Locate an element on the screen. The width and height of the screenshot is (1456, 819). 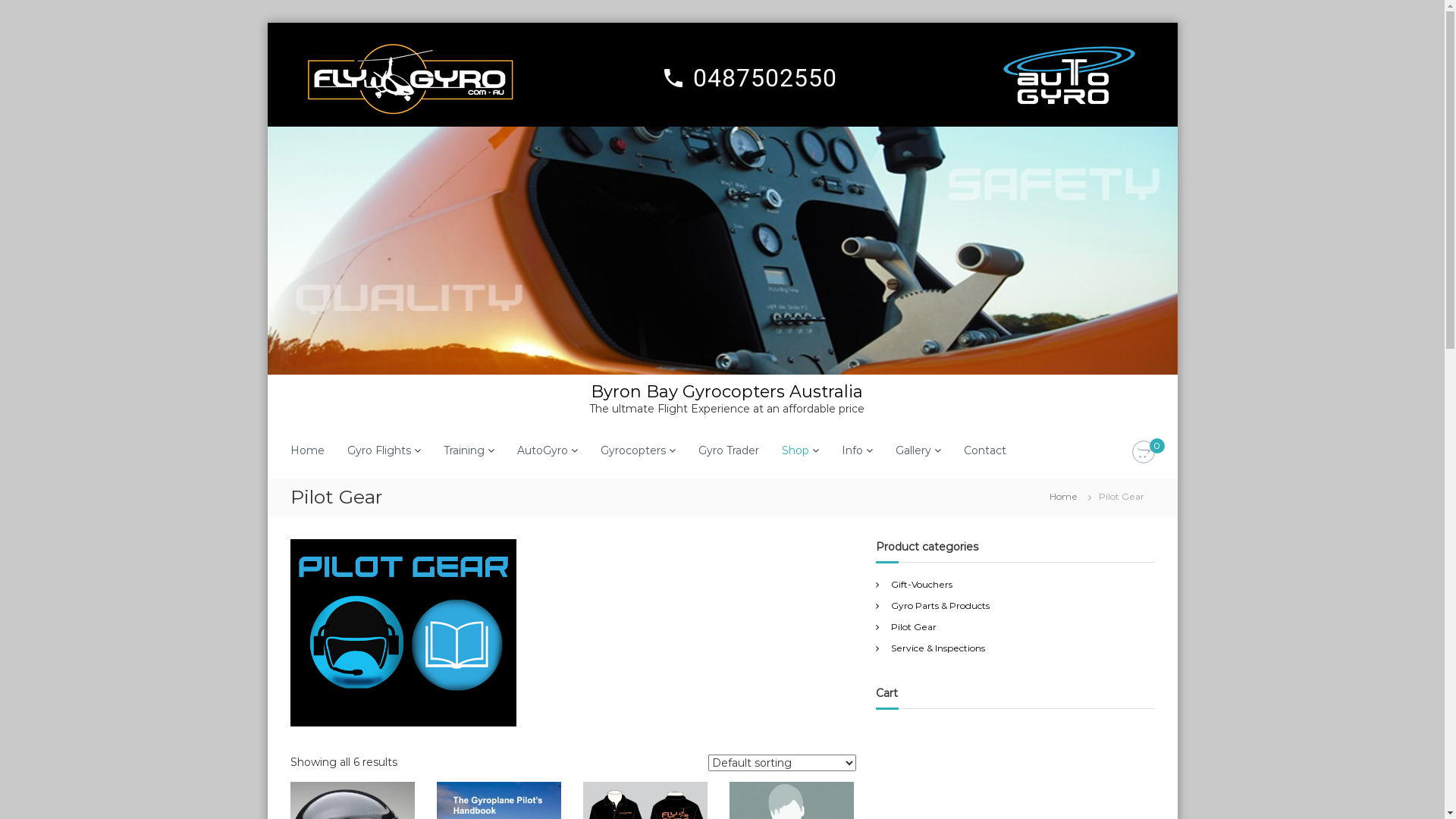
'Info' is located at coordinates (852, 450).